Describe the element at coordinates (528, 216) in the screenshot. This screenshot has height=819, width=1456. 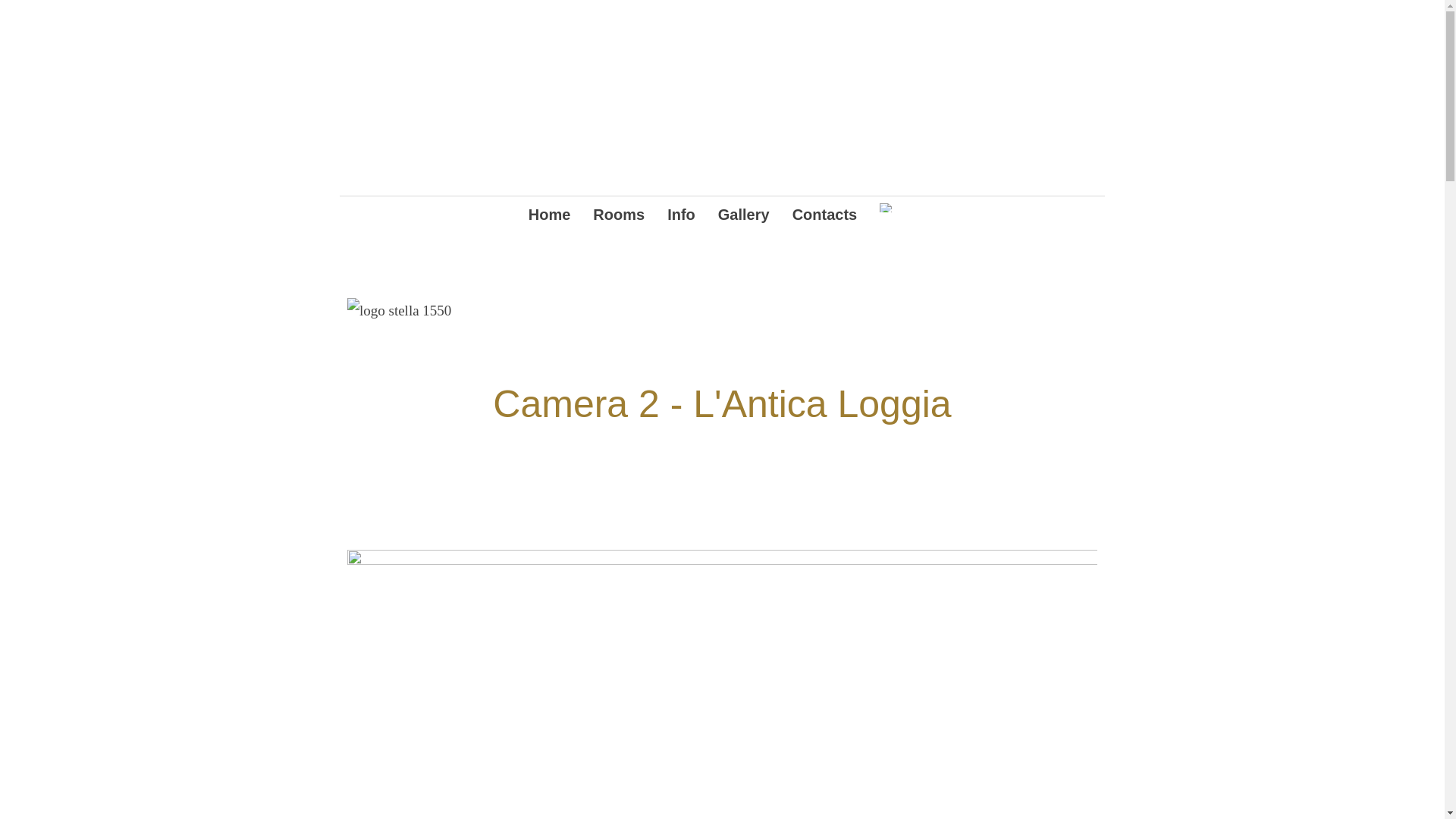
I see `'Home'` at that location.